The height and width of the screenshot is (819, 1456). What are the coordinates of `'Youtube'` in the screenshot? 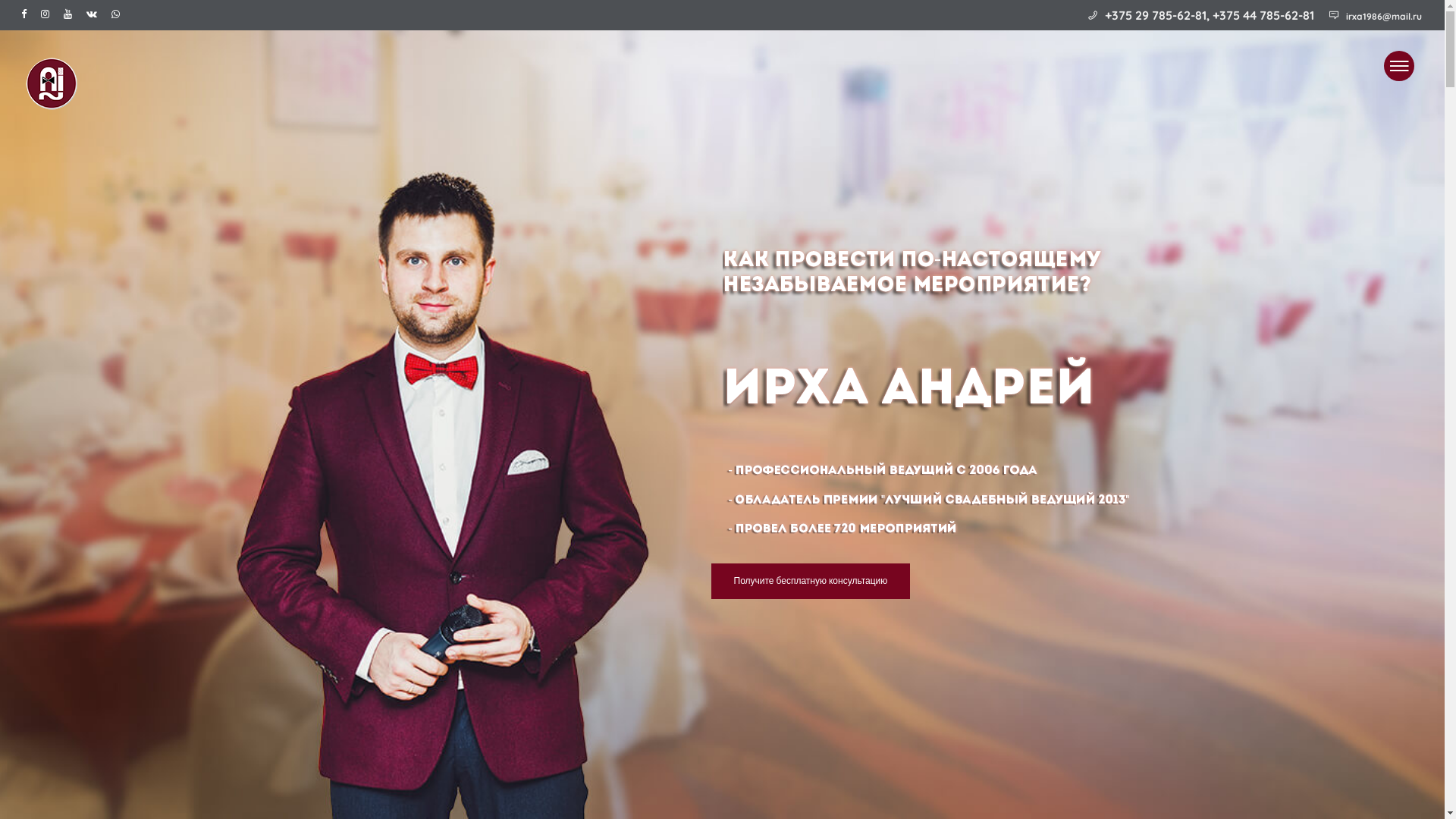 It's located at (71, 13).